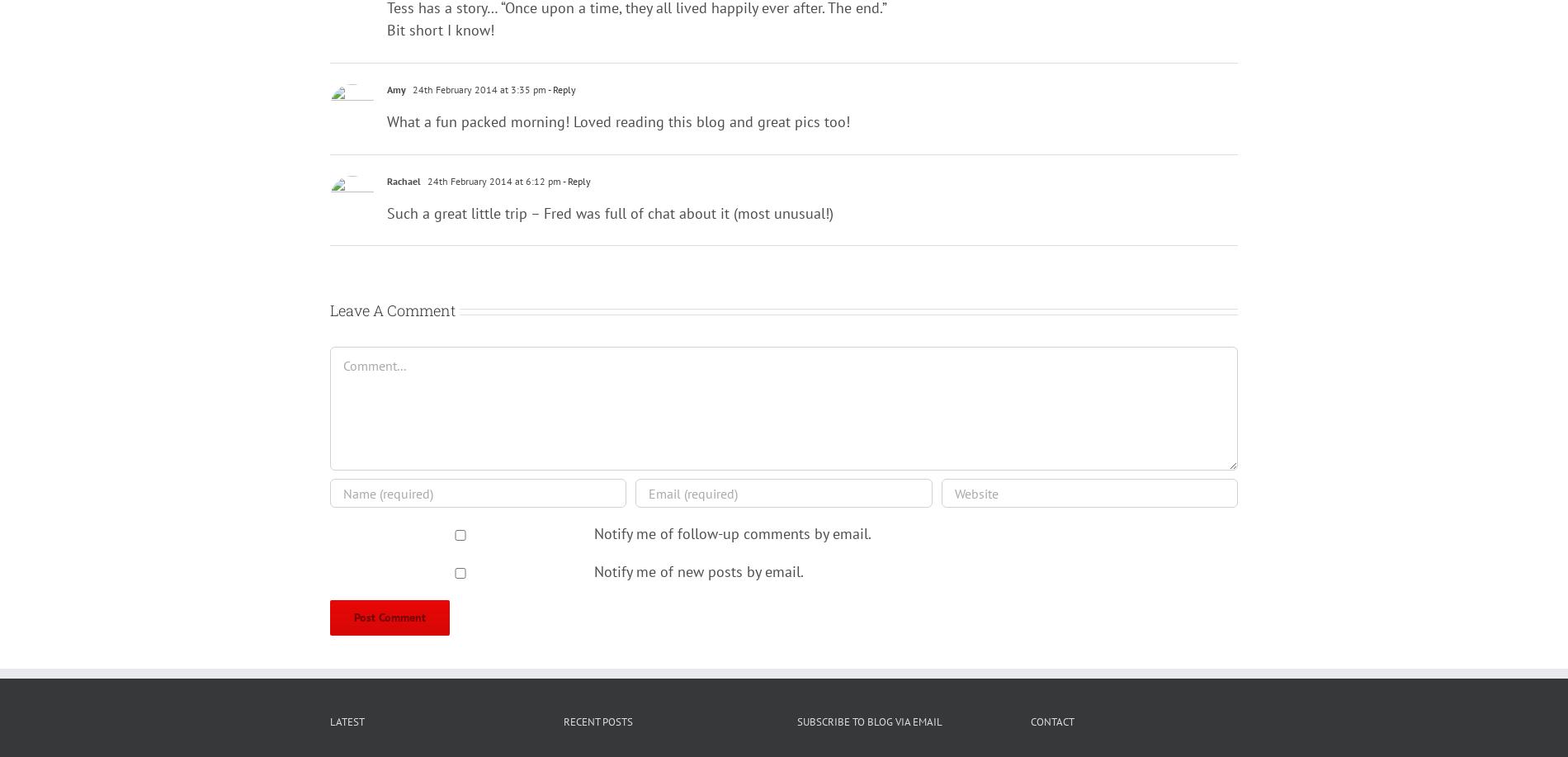  What do you see at coordinates (564, 720) in the screenshot?
I see `'Recent Posts'` at bounding box center [564, 720].